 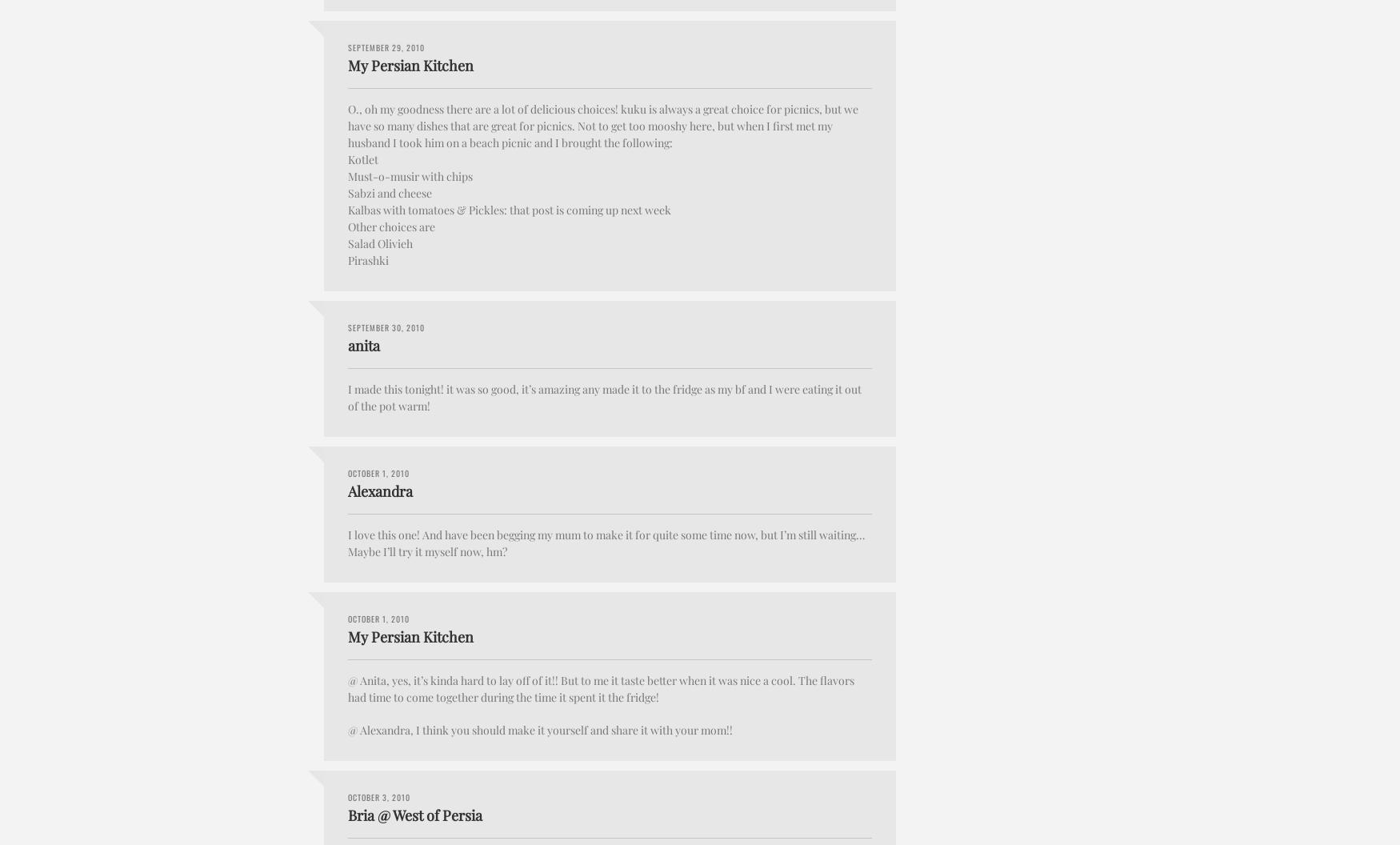 What do you see at coordinates (347, 542) in the screenshot?
I see `'I love this one! And have been begging my mum to make it for quite some time now, but I’m still waiting… Maybe I’ll try it myself now, hm?'` at bounding box center [347, 542].